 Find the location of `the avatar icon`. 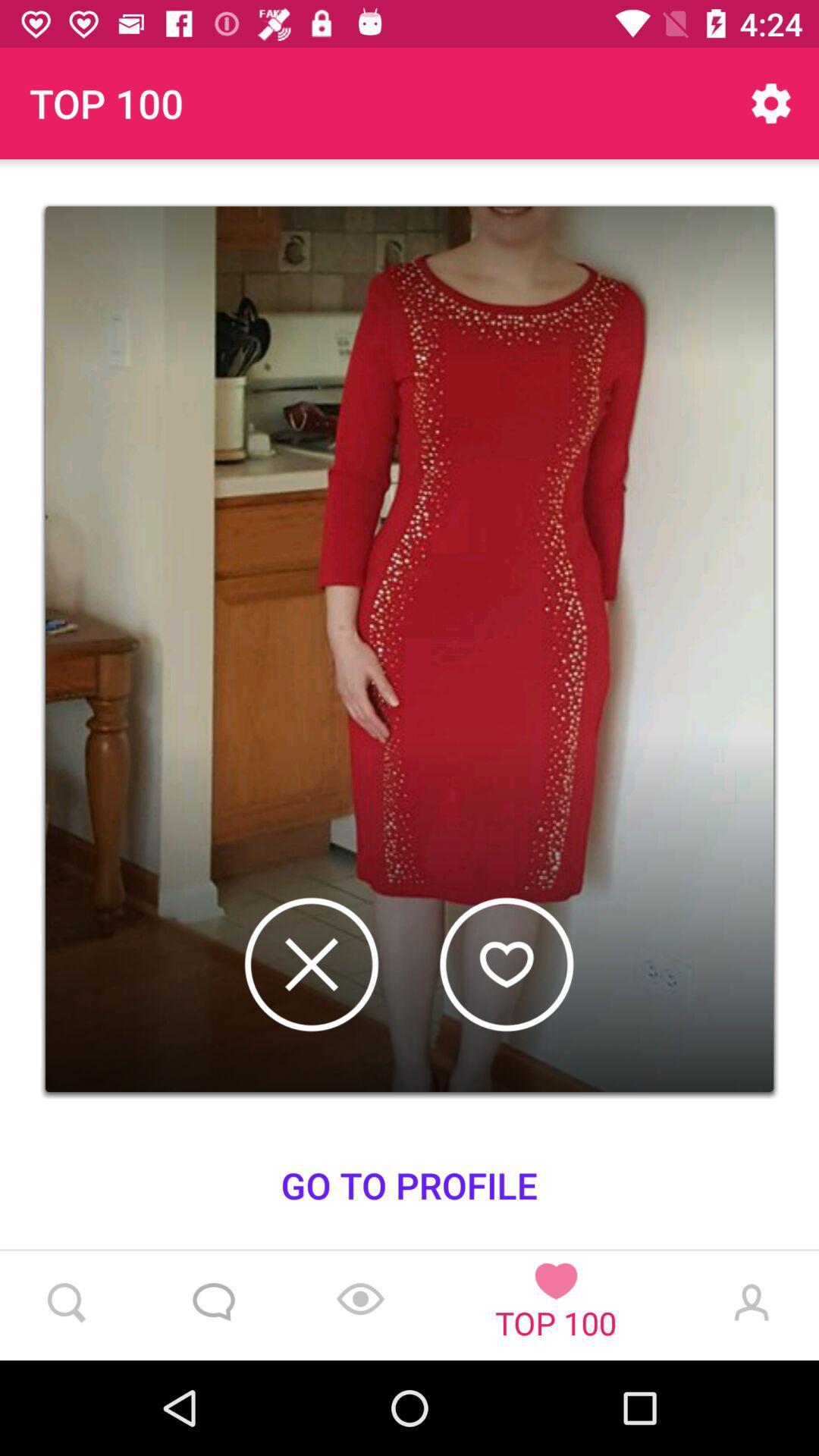

the avatar icon is located at coordinates (748, 1305).